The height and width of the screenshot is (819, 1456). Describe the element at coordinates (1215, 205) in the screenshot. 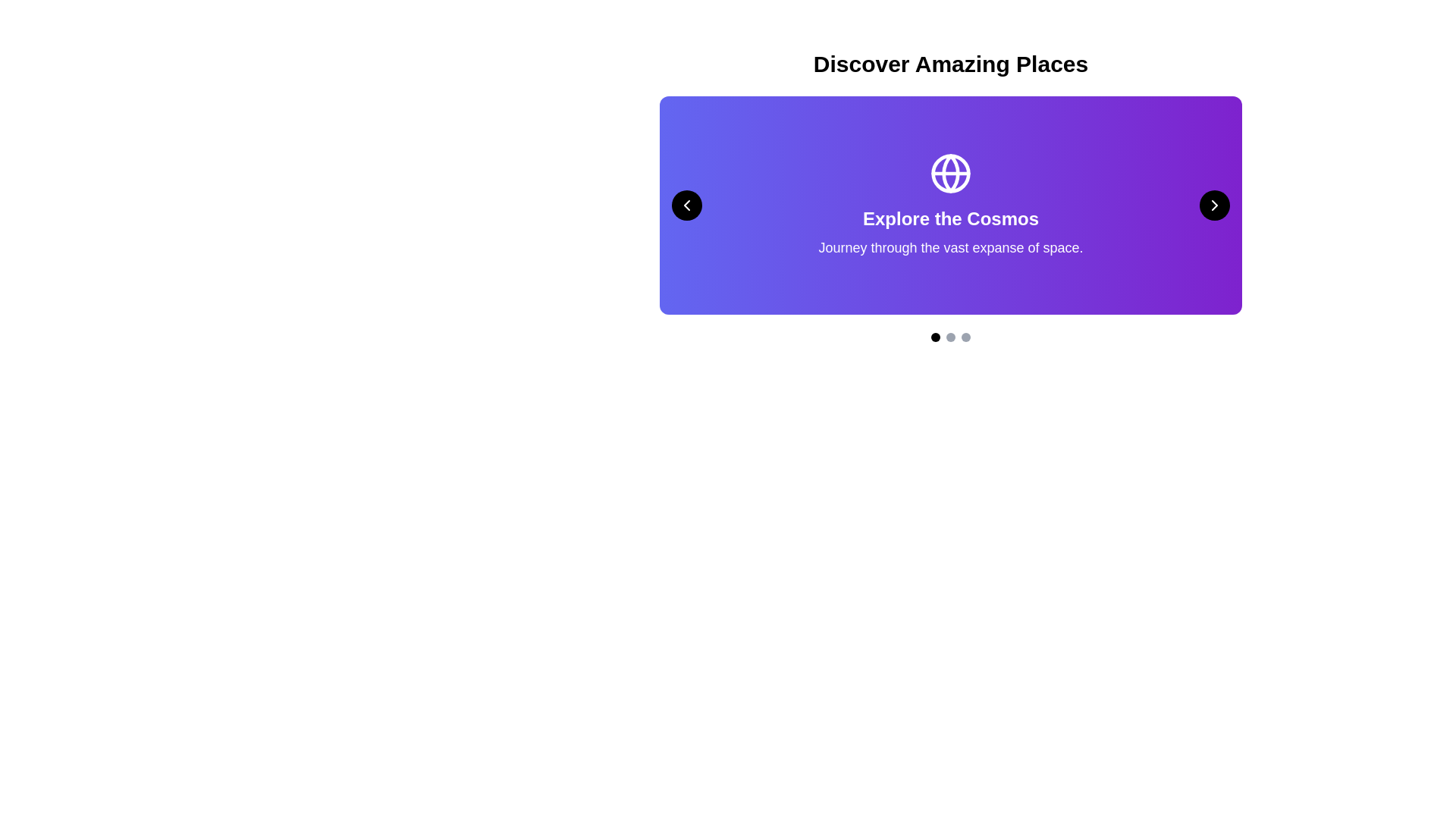

I see `the right-pointing chevron icon button with a black background and white border, positioned in the middle of the rectangular card's right side` at that location.